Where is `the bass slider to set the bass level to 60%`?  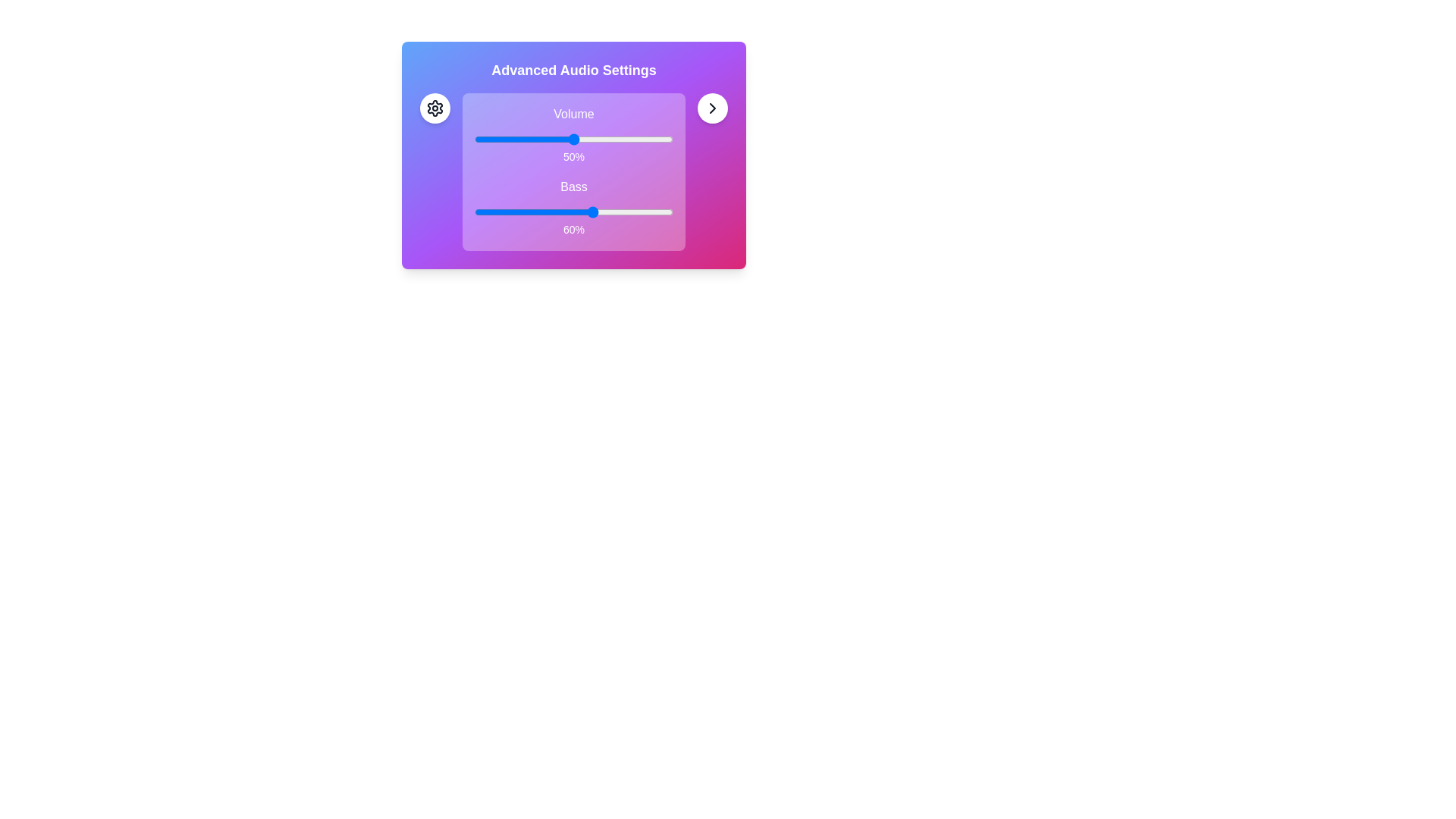 the bass slider to set the bass level to 60% is located at coordinates (593, 212).